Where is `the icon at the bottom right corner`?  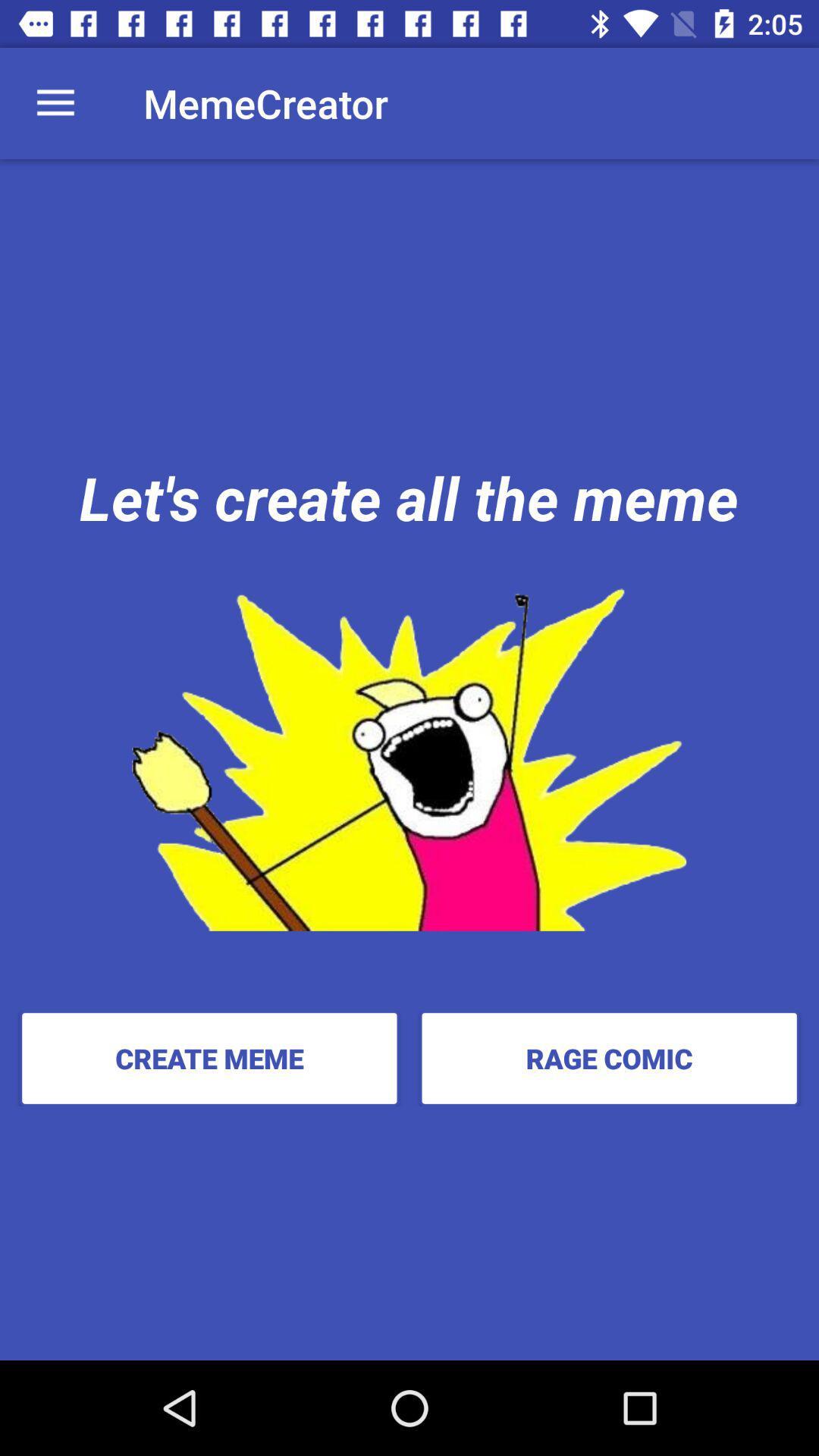 the icon at the bottom right corner is located at coordinates (608, 1057).